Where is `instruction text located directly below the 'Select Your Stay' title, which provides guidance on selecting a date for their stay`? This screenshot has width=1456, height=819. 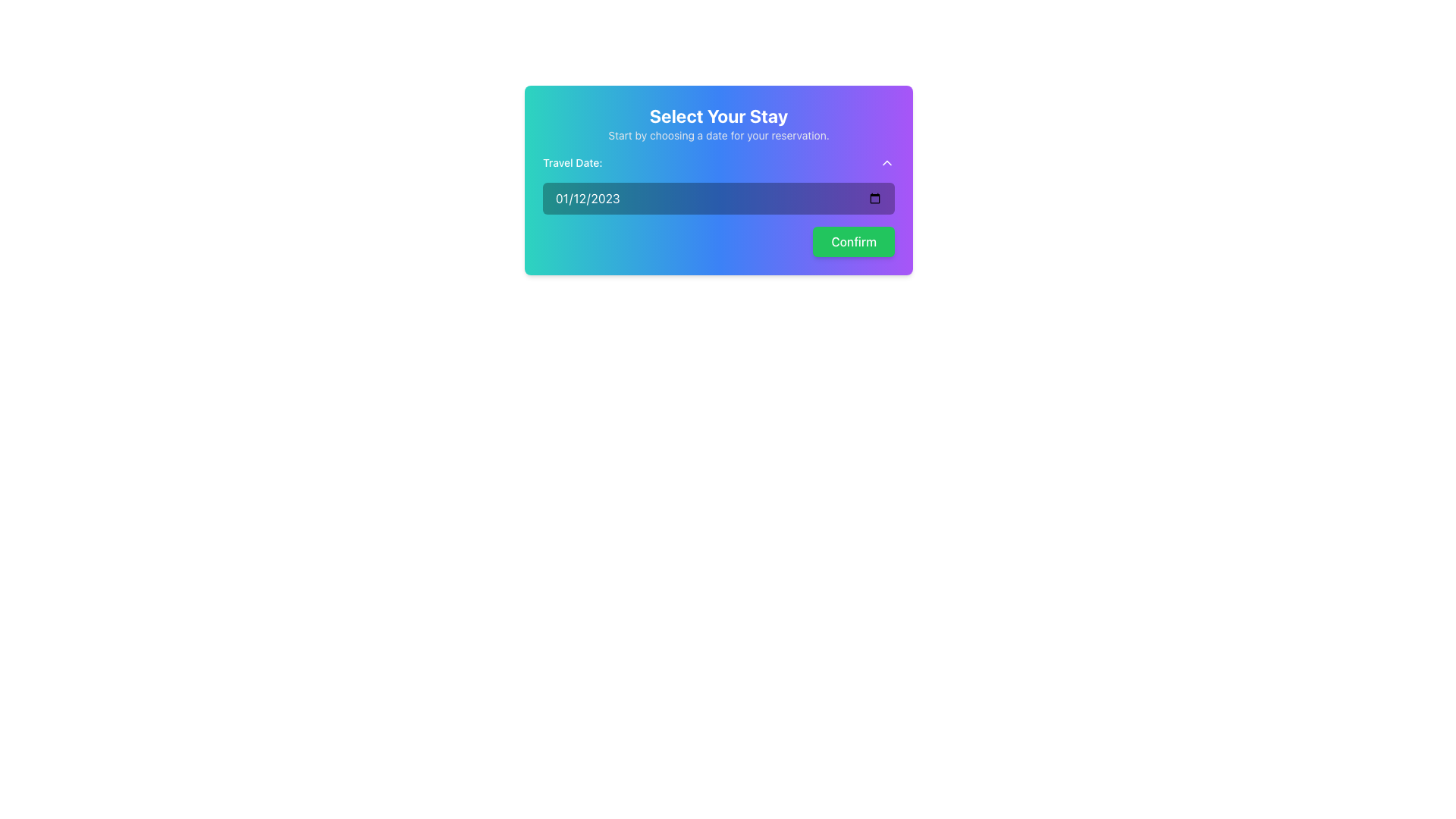 instruction text located directly below the 'Select Your Stay' title, which provides guidance on selecting a date for their stay is located at coordinates (718, 134).